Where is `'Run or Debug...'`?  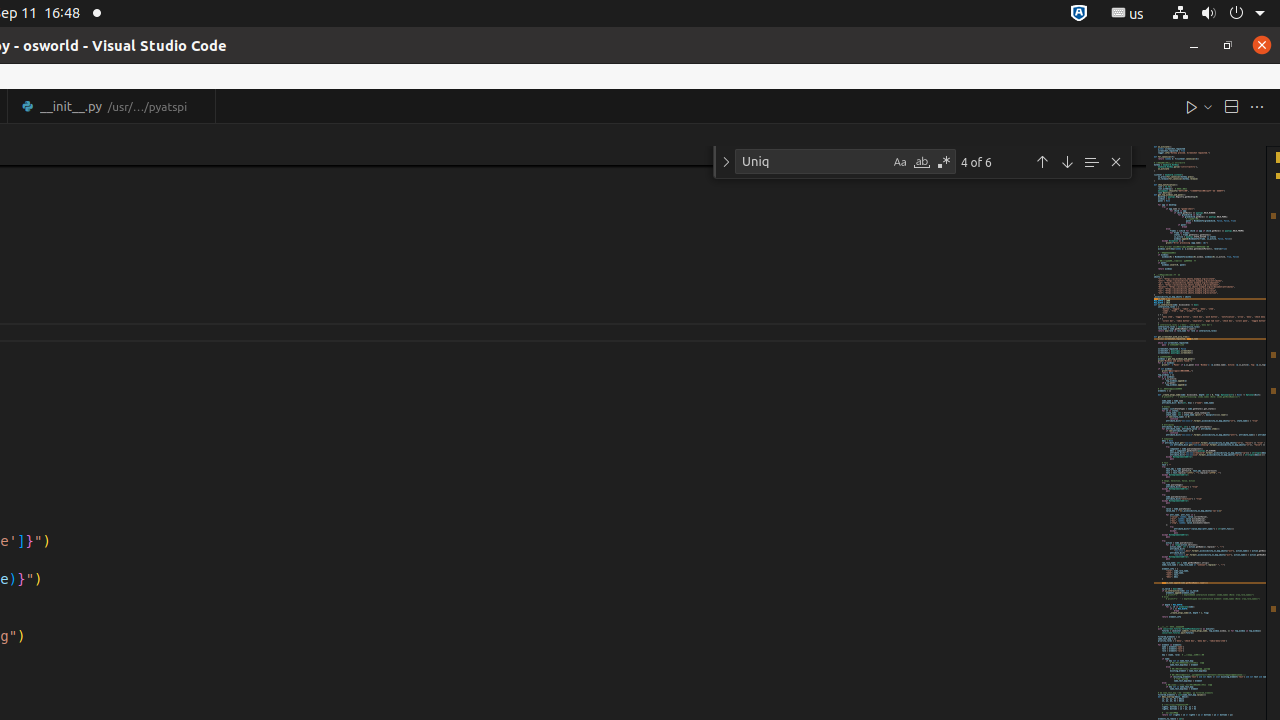 'Run or Debug...' is located at coordinates (1206, 106).